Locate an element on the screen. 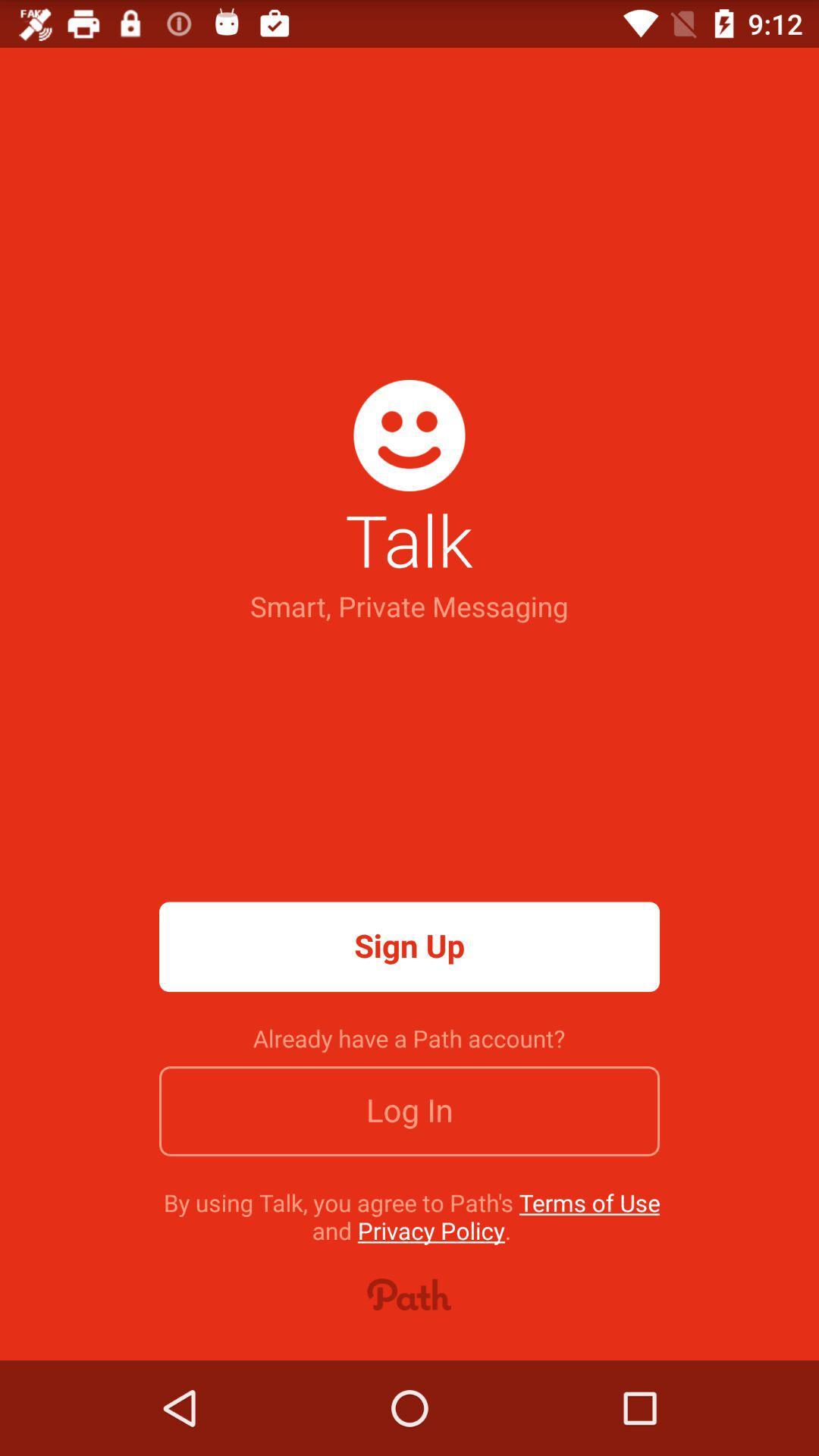  the by using talk app is located at coordinates (412, 1216).